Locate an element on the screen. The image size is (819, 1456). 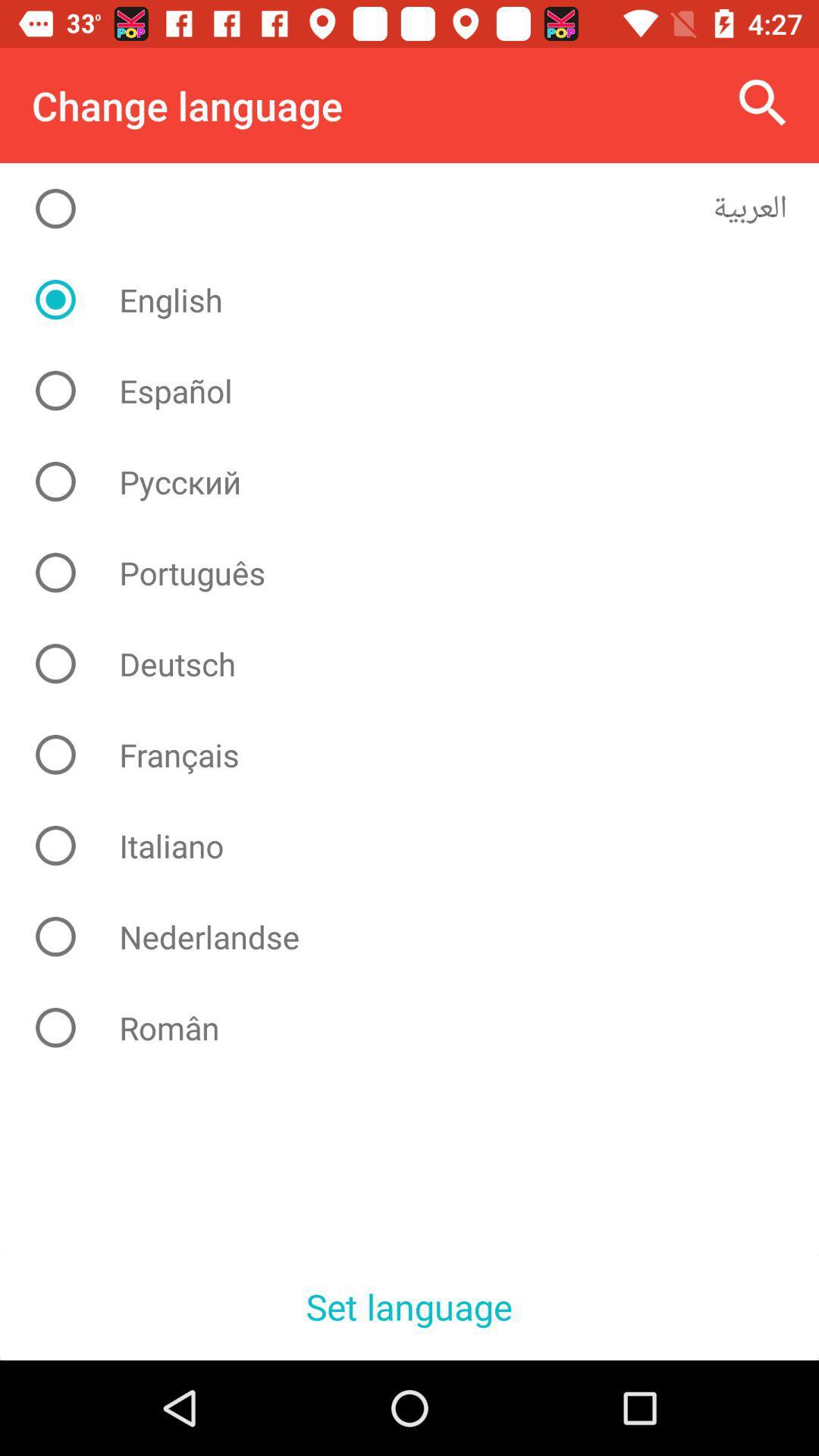
english icon is located at coordinates (421, 300).